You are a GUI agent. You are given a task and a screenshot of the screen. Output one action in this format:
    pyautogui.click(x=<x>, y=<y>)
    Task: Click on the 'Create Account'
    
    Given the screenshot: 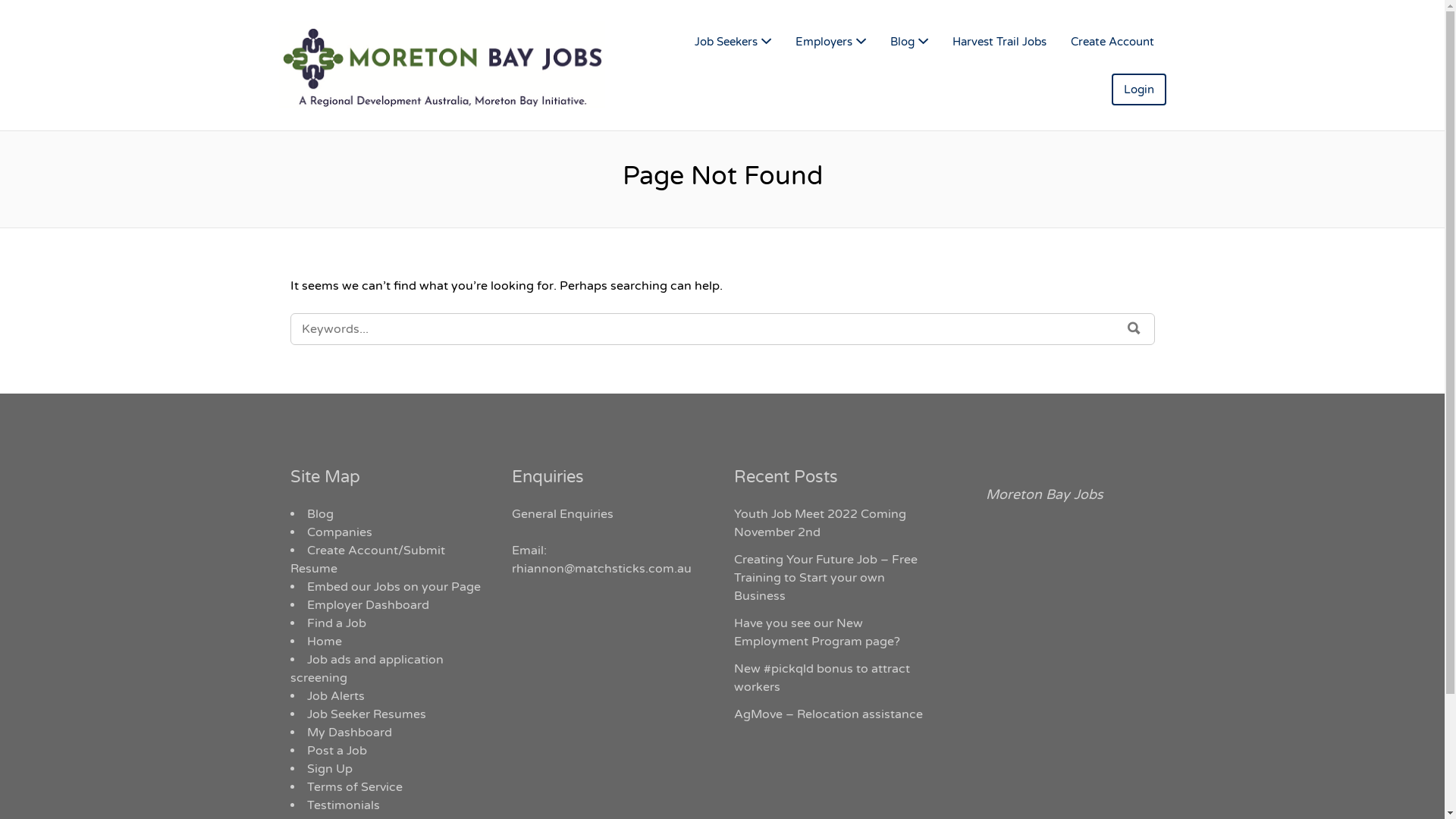 What is the action you would take?
    pyautogui.click(x=1112, y=41)
    